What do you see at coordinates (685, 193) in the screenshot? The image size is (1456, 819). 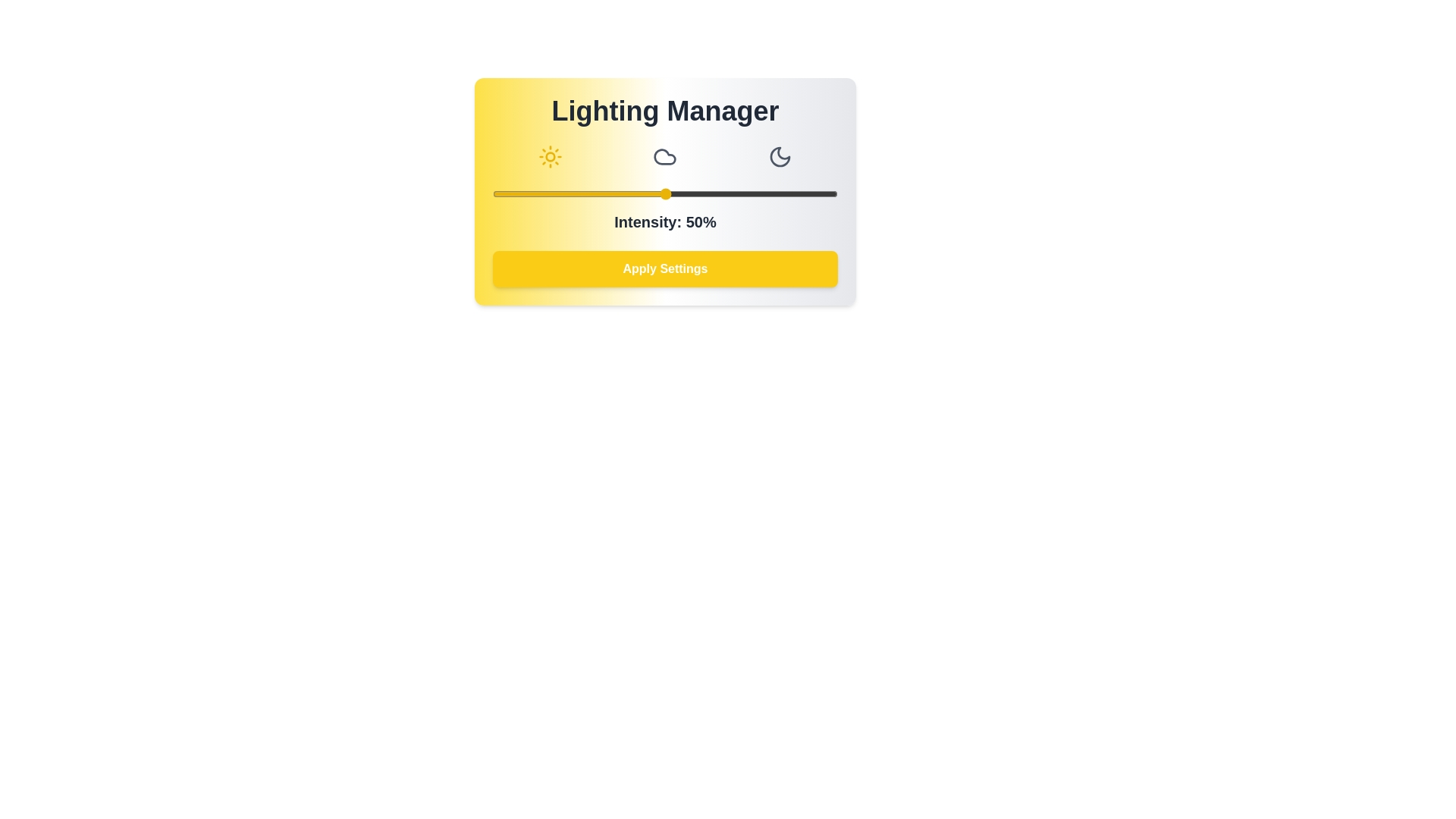 I see `the light intensity slider to 56%` at bounding box center [685, 193].